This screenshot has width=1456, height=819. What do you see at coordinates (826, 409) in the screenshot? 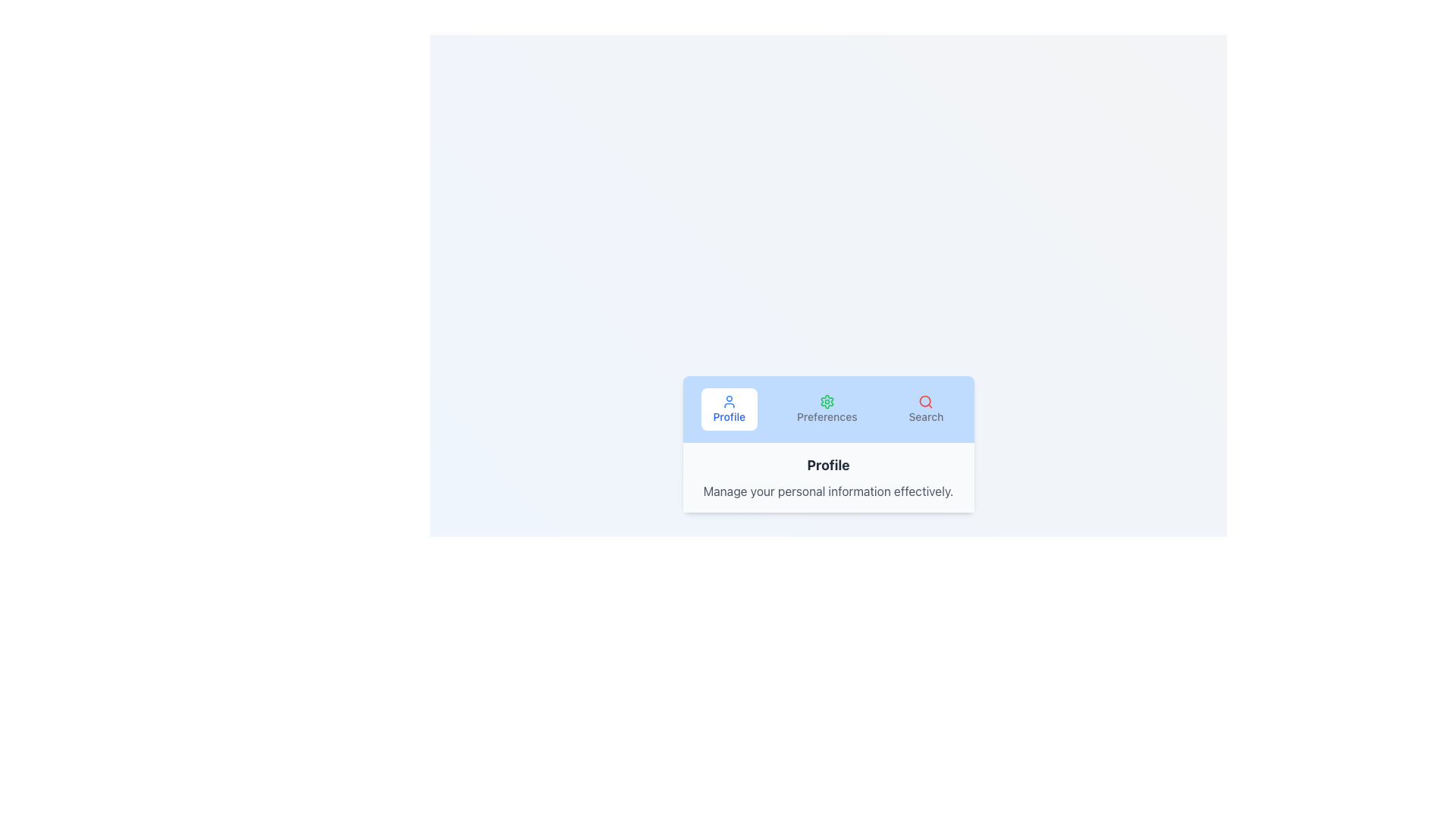
I see `the navigation button labeled 'Preferences'` at bounding box center [826, 409].